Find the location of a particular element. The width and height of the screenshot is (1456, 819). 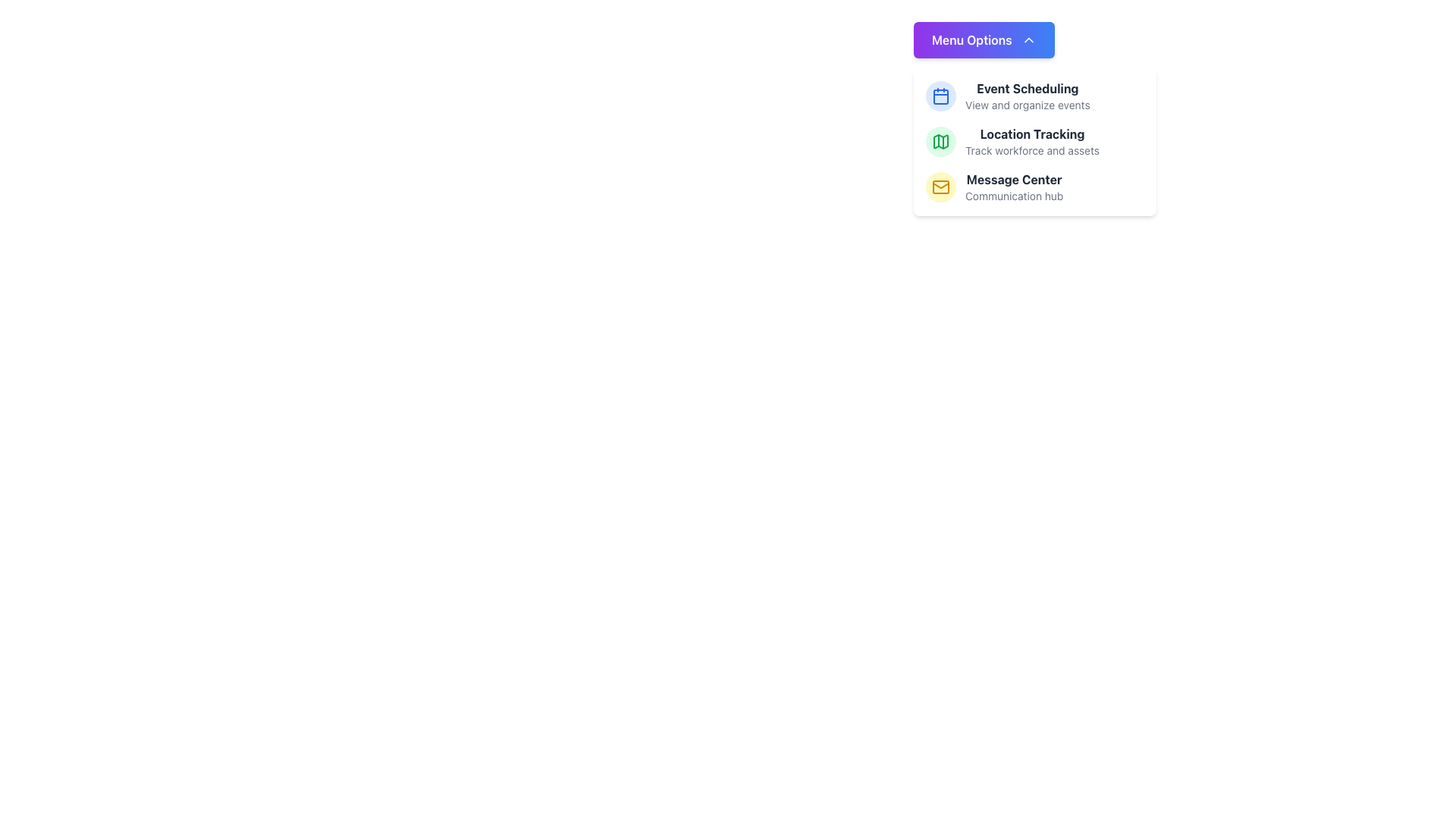

the 'Event Scheduling' menu item, which is the first item in the vertically stacked menu panel under 'Menu Options' is located at coordinates (1034, 96).